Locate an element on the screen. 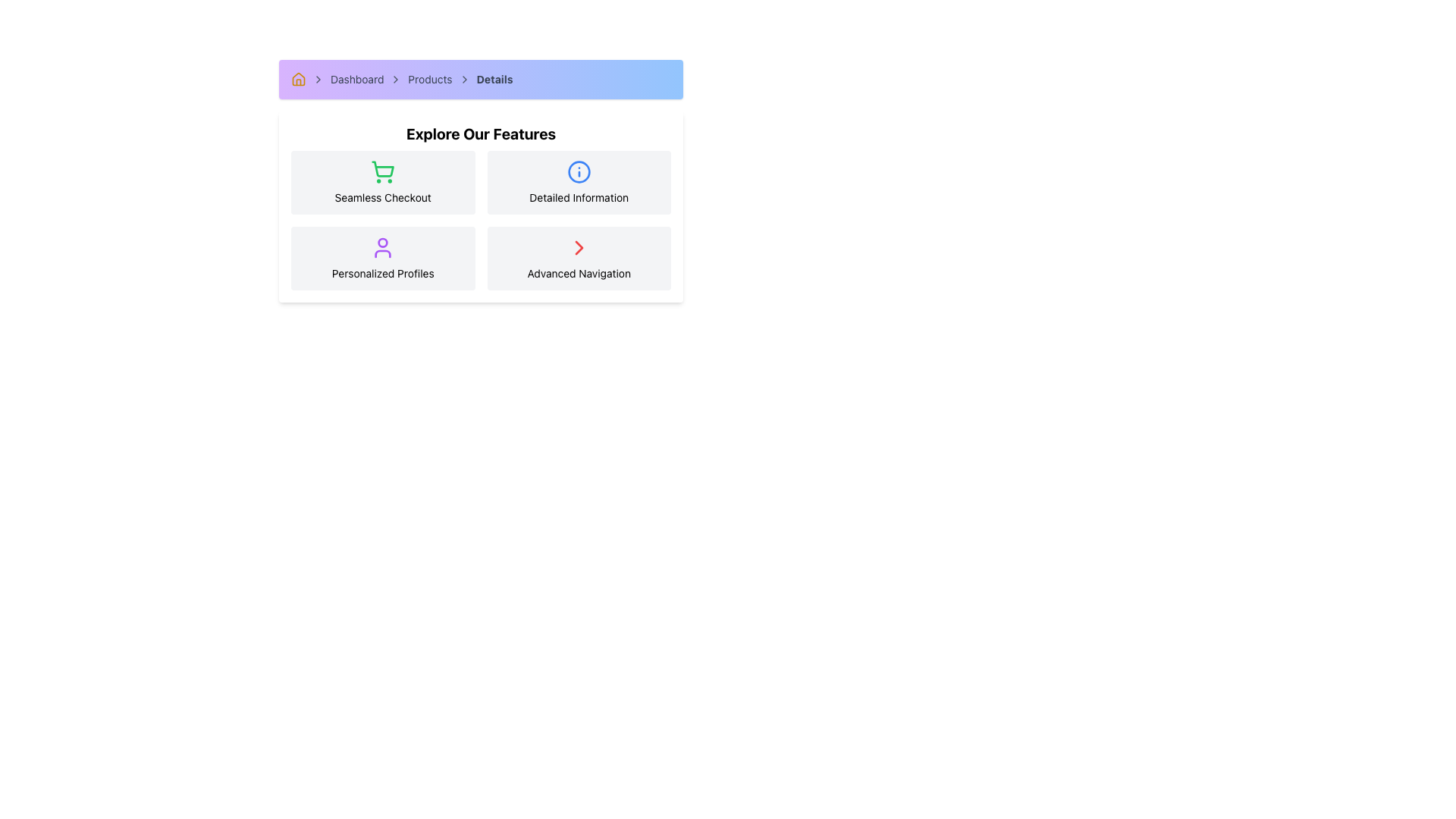  the 'Dashboard' text label in the breadcrumb navigation bar to examine the hover effect is located at coordinates (356, 79).